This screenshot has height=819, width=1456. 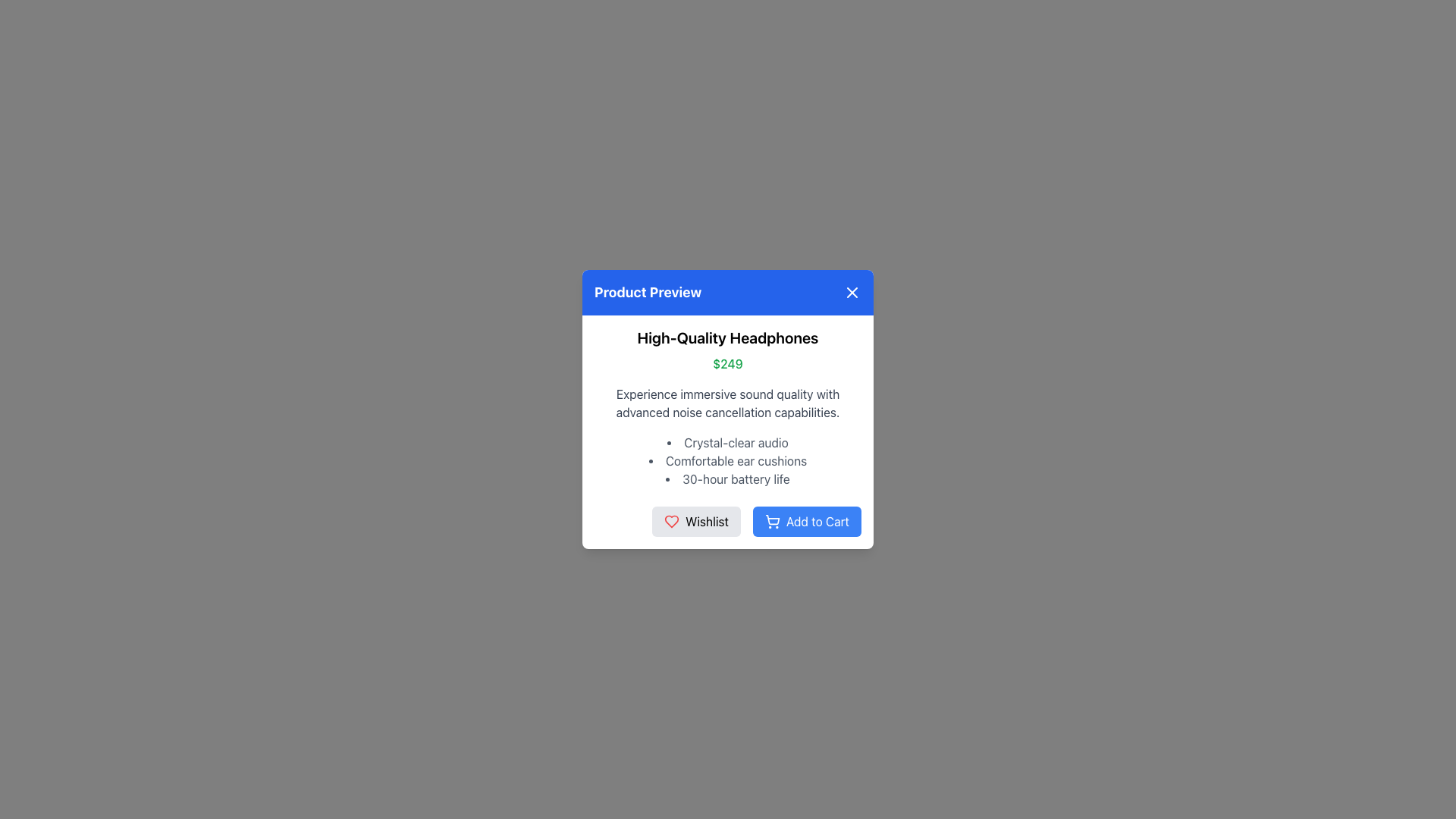 What do you see at coordinates (772, 519) in the screenshot?
I see `the stylized grocery cart icon embedded within the SVG block` at bounding box center [772, 519].